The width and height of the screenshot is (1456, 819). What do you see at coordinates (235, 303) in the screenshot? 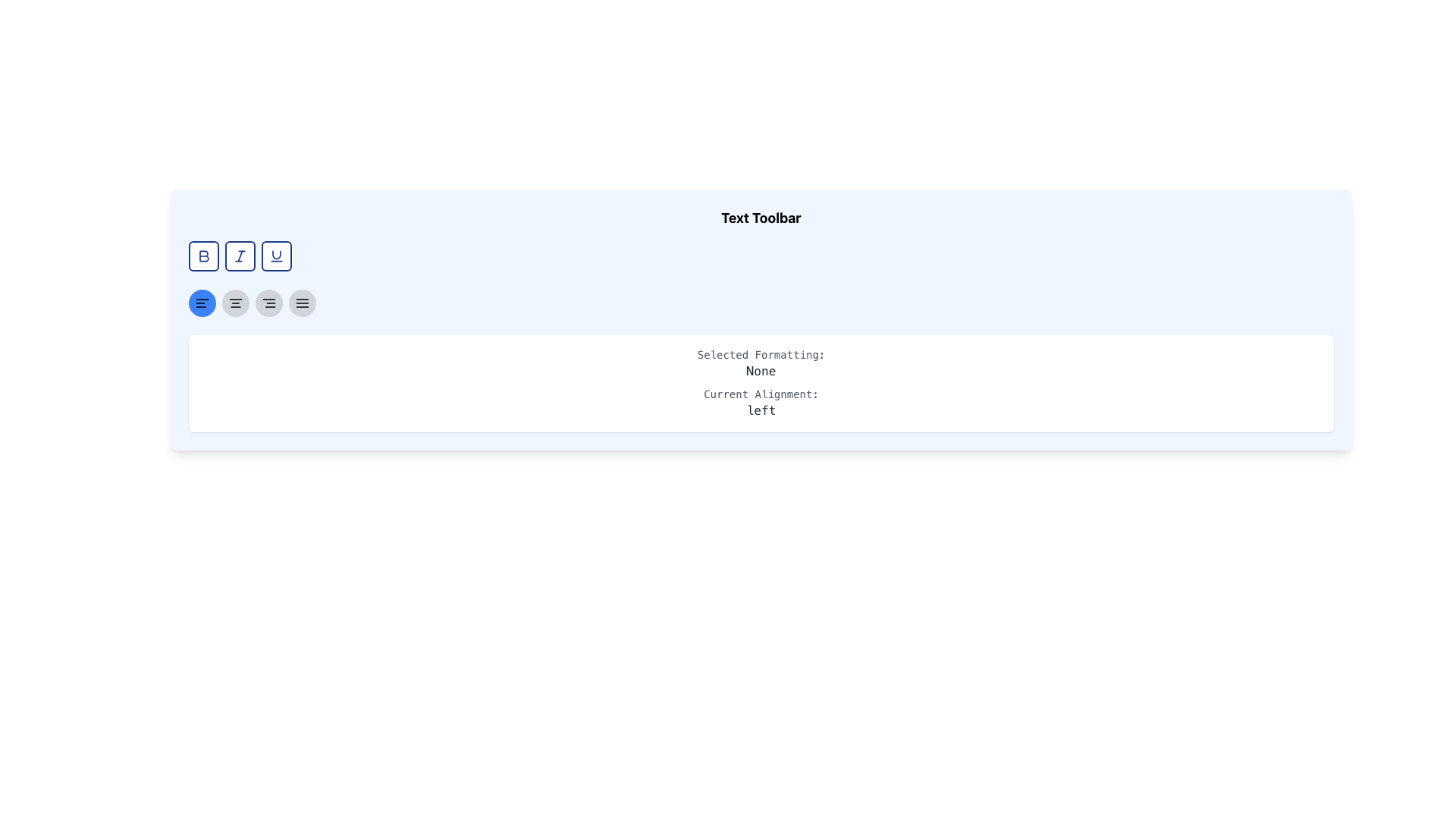
I see `the center alignment button in the text editor to align text to the center` at bounding box center [235, 303].